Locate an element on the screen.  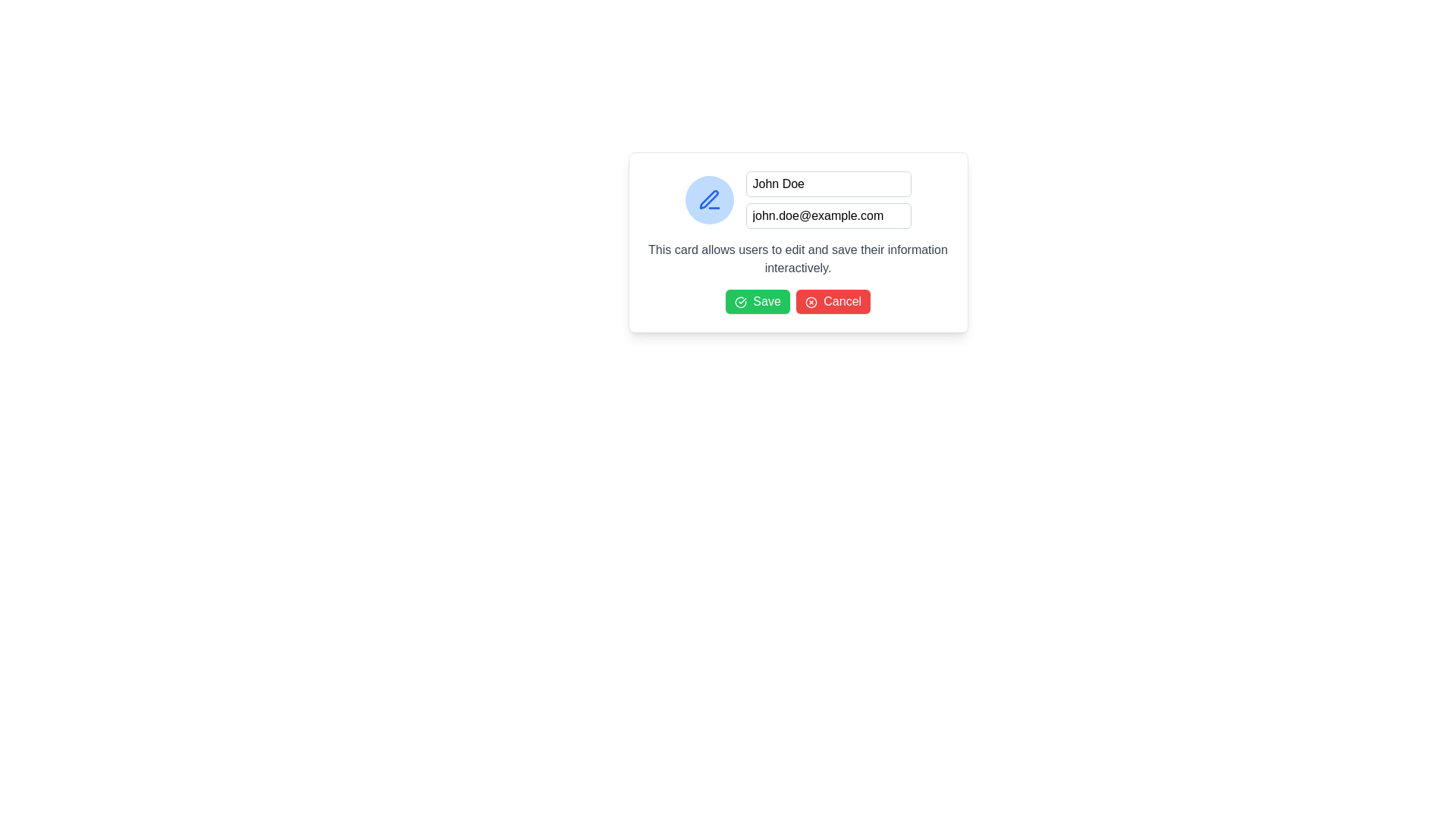
the red 'Cancel' button featuring a circular icon with a cross symbol is located at coordinates (833, 301).